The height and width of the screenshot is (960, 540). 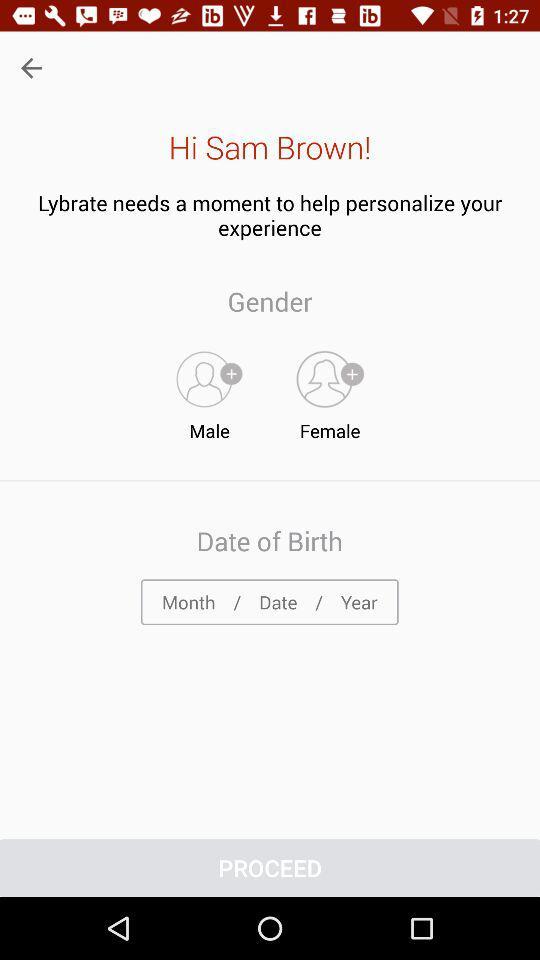 I want to click on date of birth, so click(x=269, y=601).